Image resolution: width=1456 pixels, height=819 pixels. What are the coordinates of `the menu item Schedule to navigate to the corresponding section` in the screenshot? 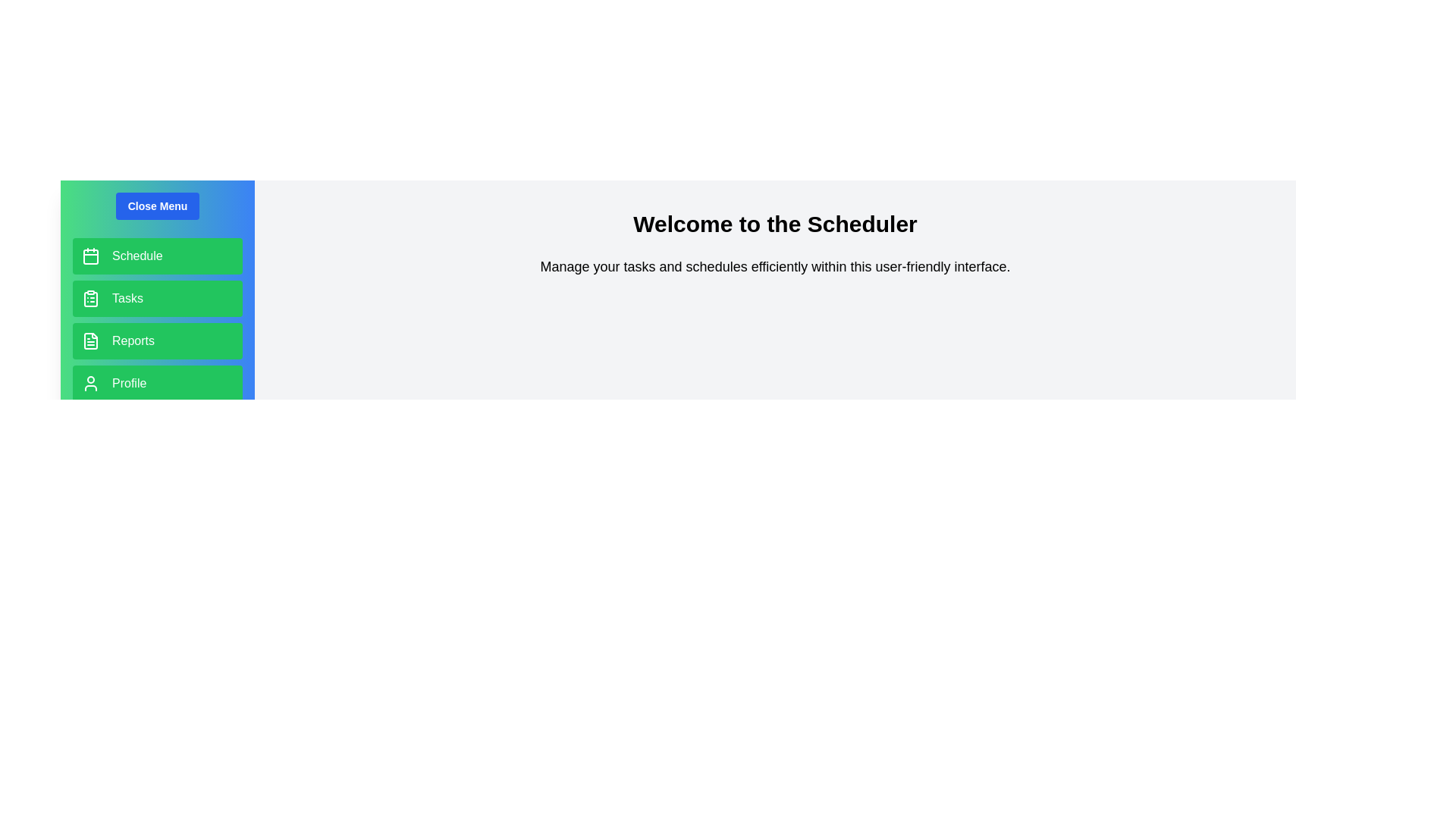 It's located at (157, 256).